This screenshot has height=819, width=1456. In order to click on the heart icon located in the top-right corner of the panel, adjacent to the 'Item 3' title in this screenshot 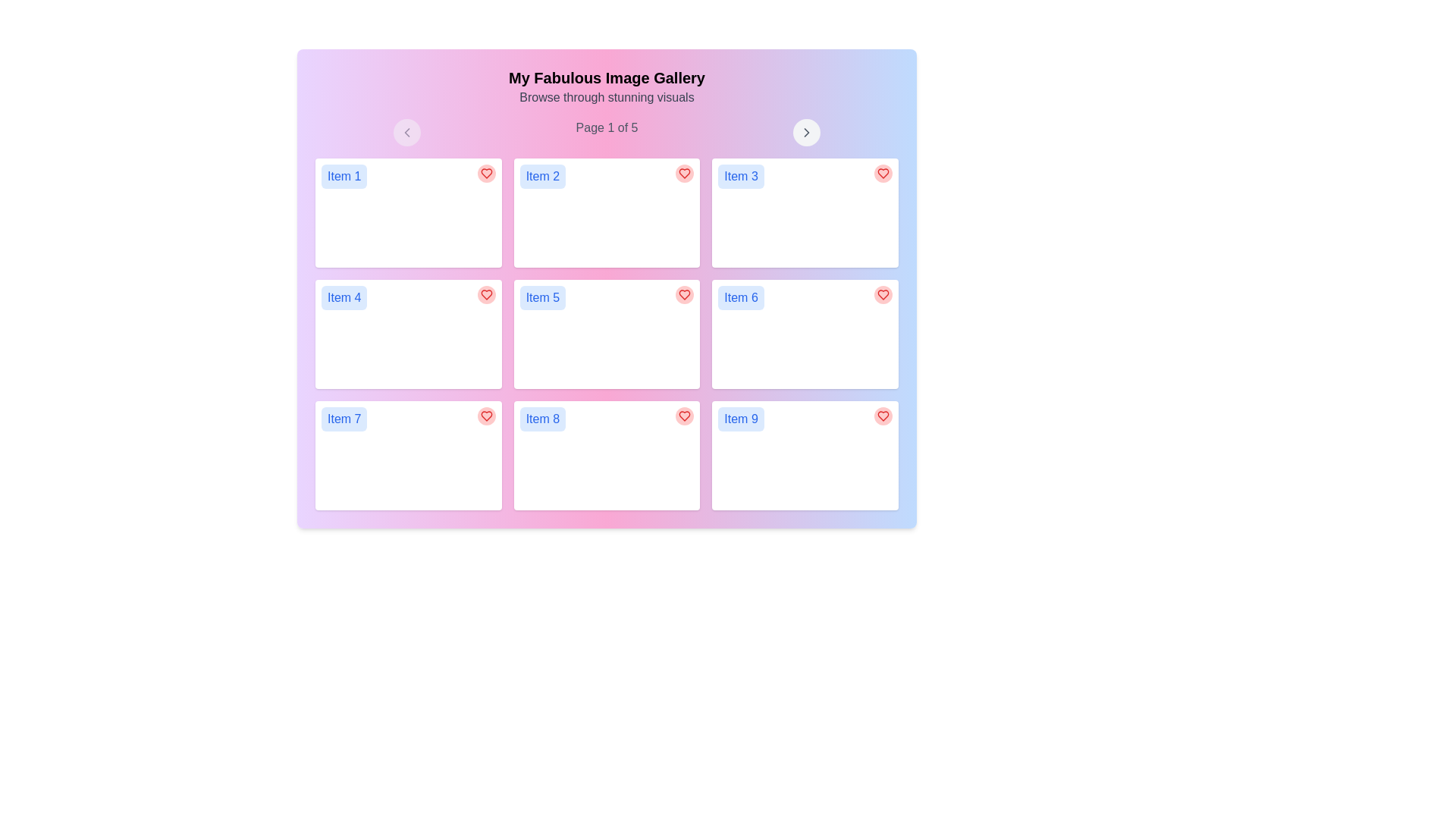, I will do `click(883, 172)`.